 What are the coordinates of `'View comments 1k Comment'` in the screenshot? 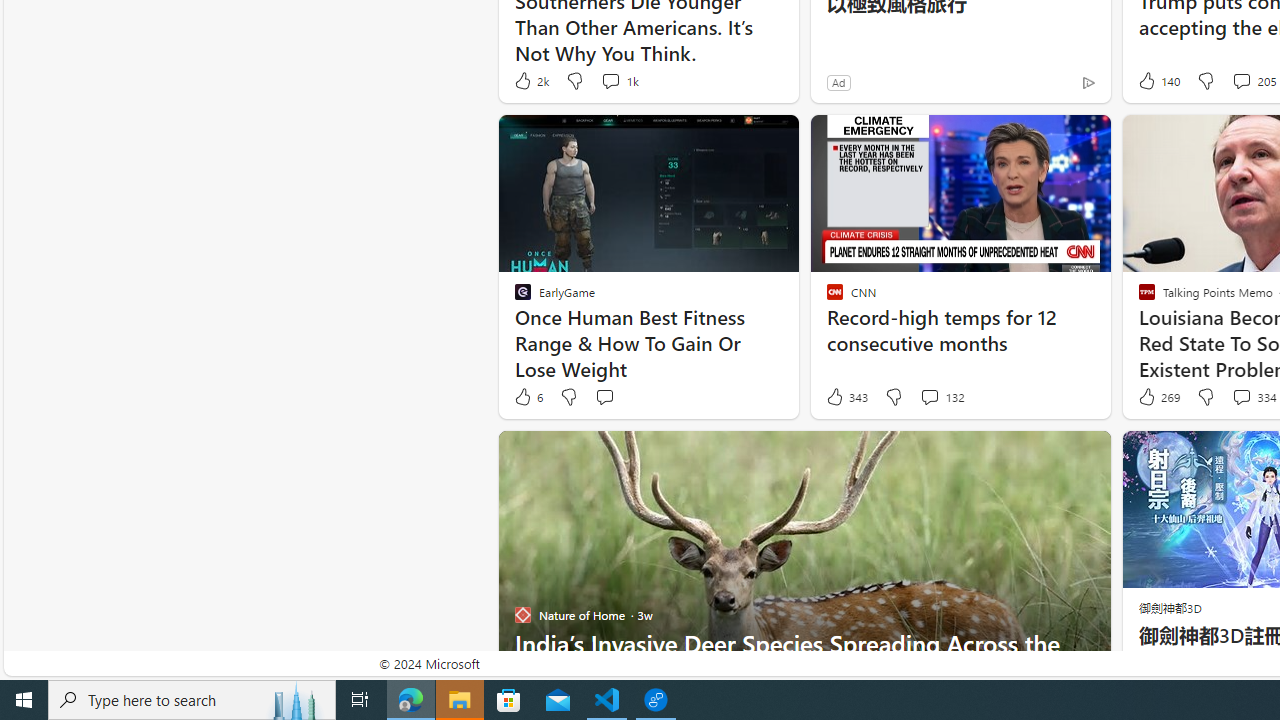 It's located at (617, 80).